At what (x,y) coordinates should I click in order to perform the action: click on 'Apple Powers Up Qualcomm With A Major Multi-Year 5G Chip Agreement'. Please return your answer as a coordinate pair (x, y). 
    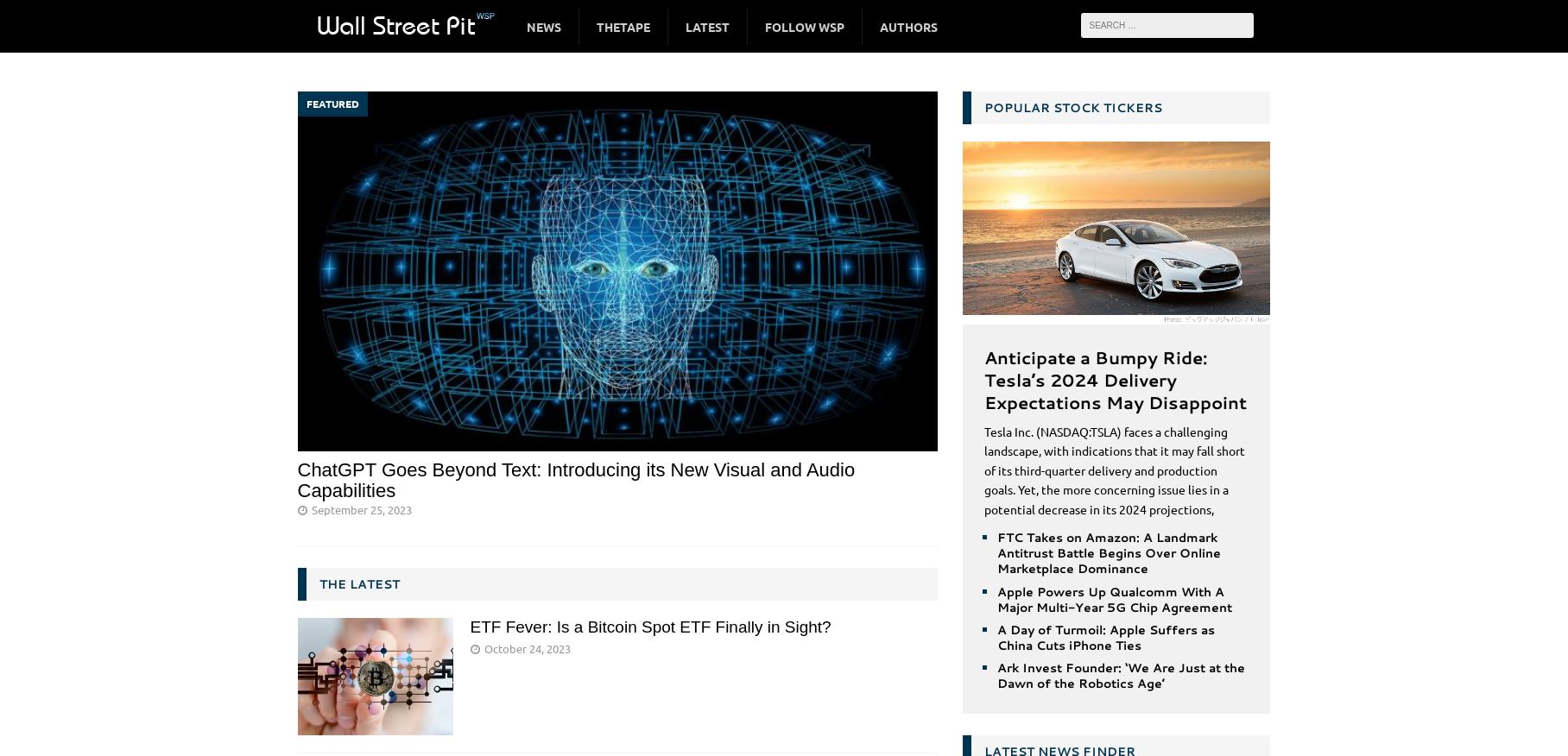
    Looking at the image, I should click on (1113, 597).